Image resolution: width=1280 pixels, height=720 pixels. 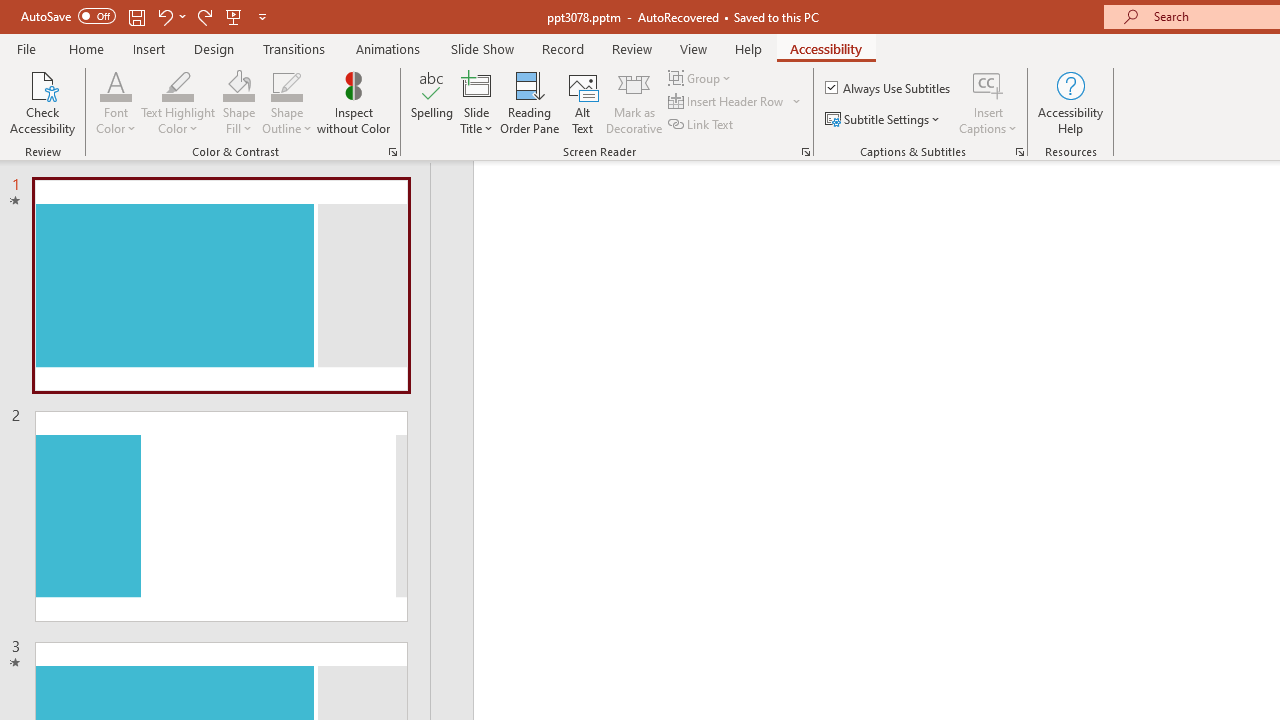 What do you see at coordinates (1069, 103) in the screenshot?
I see `'Accessibility Help'` at bounding box center [1069, 103].